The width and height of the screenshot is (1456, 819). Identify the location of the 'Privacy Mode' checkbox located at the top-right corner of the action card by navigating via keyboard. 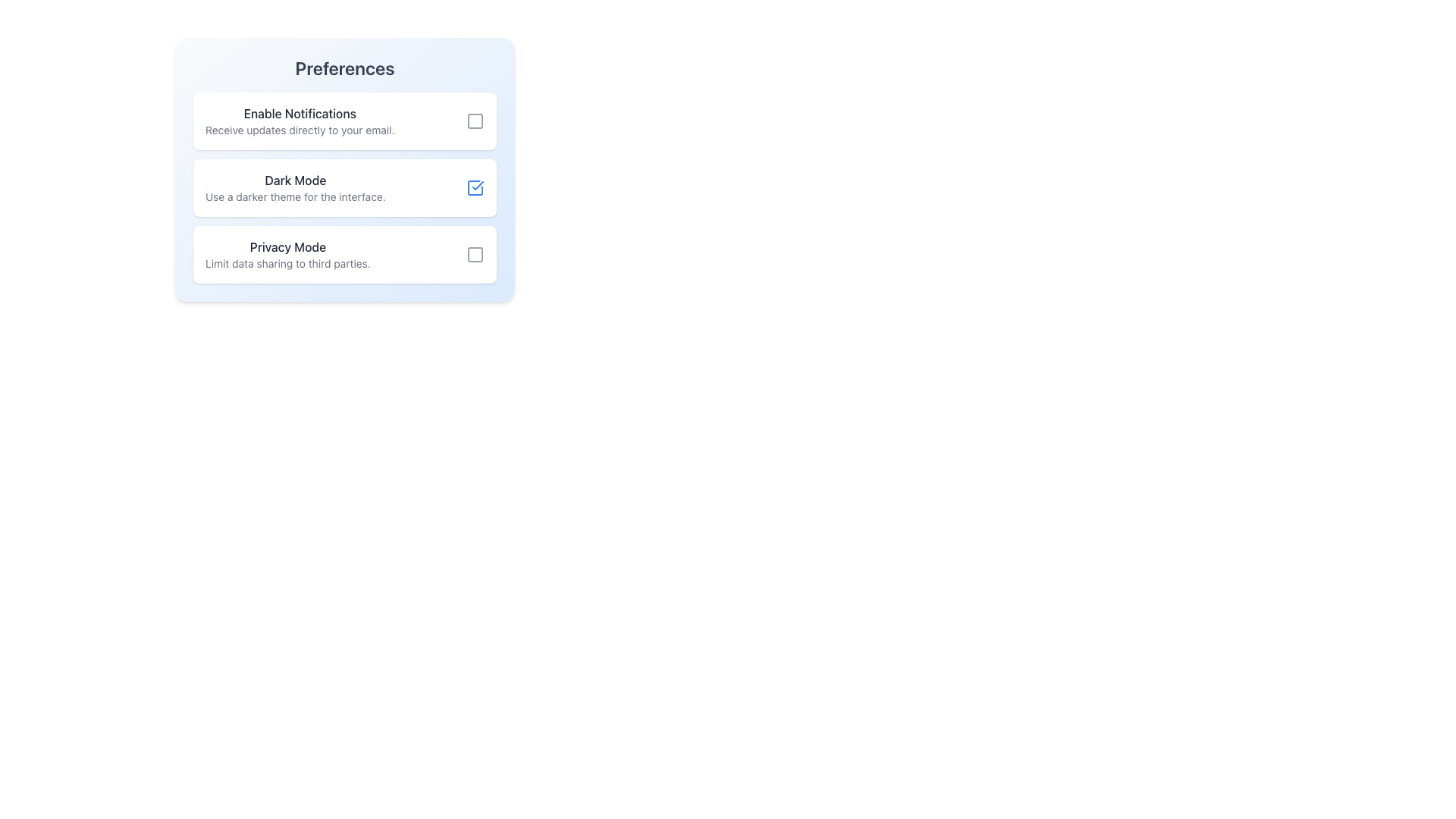
(475, 253).